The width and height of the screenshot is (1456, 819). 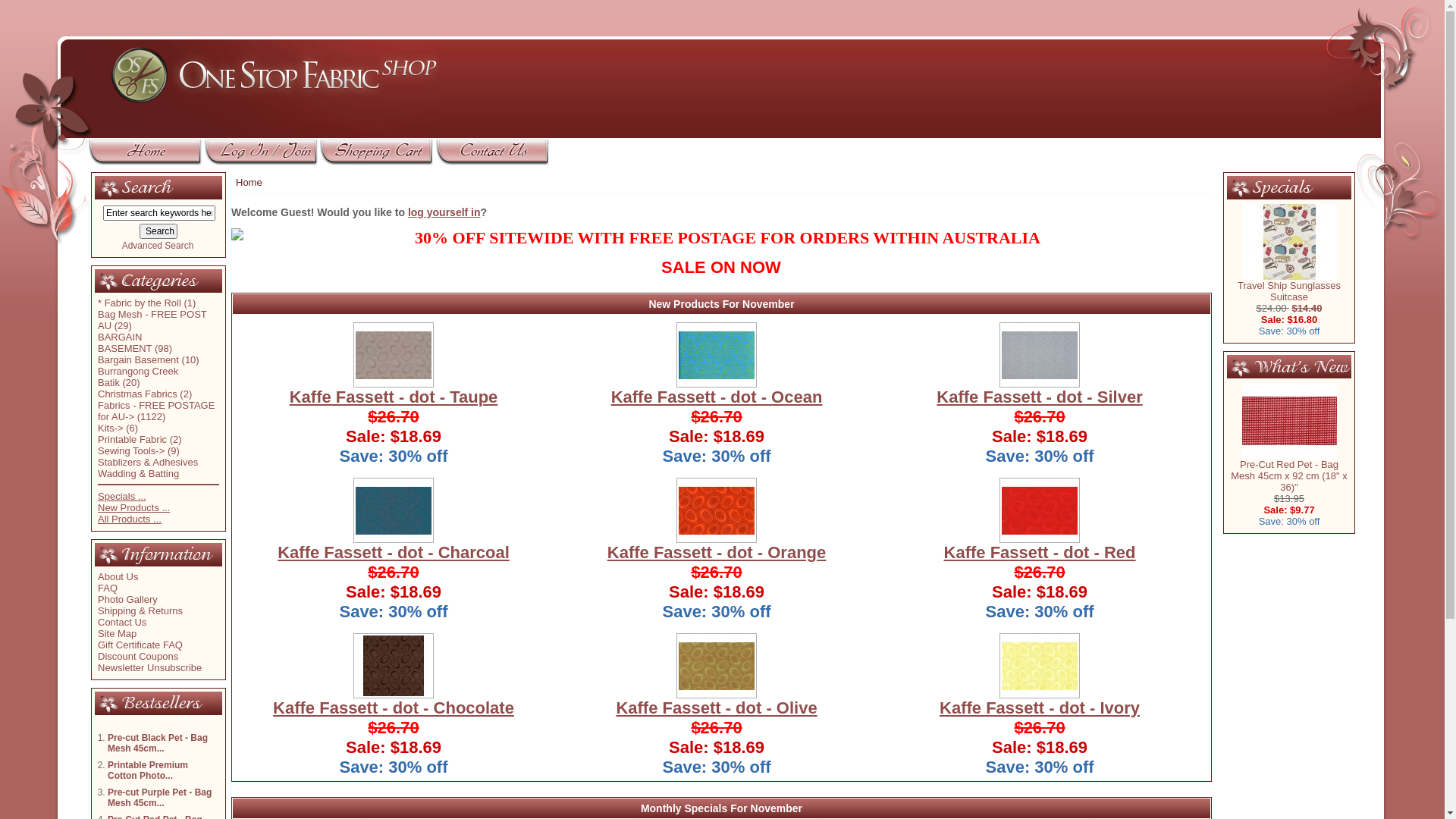 What do you see at coordinates (140, 644) in the screenshot?
I see `'Gift Certificate FAQ'` at bounding box center [140, 644].